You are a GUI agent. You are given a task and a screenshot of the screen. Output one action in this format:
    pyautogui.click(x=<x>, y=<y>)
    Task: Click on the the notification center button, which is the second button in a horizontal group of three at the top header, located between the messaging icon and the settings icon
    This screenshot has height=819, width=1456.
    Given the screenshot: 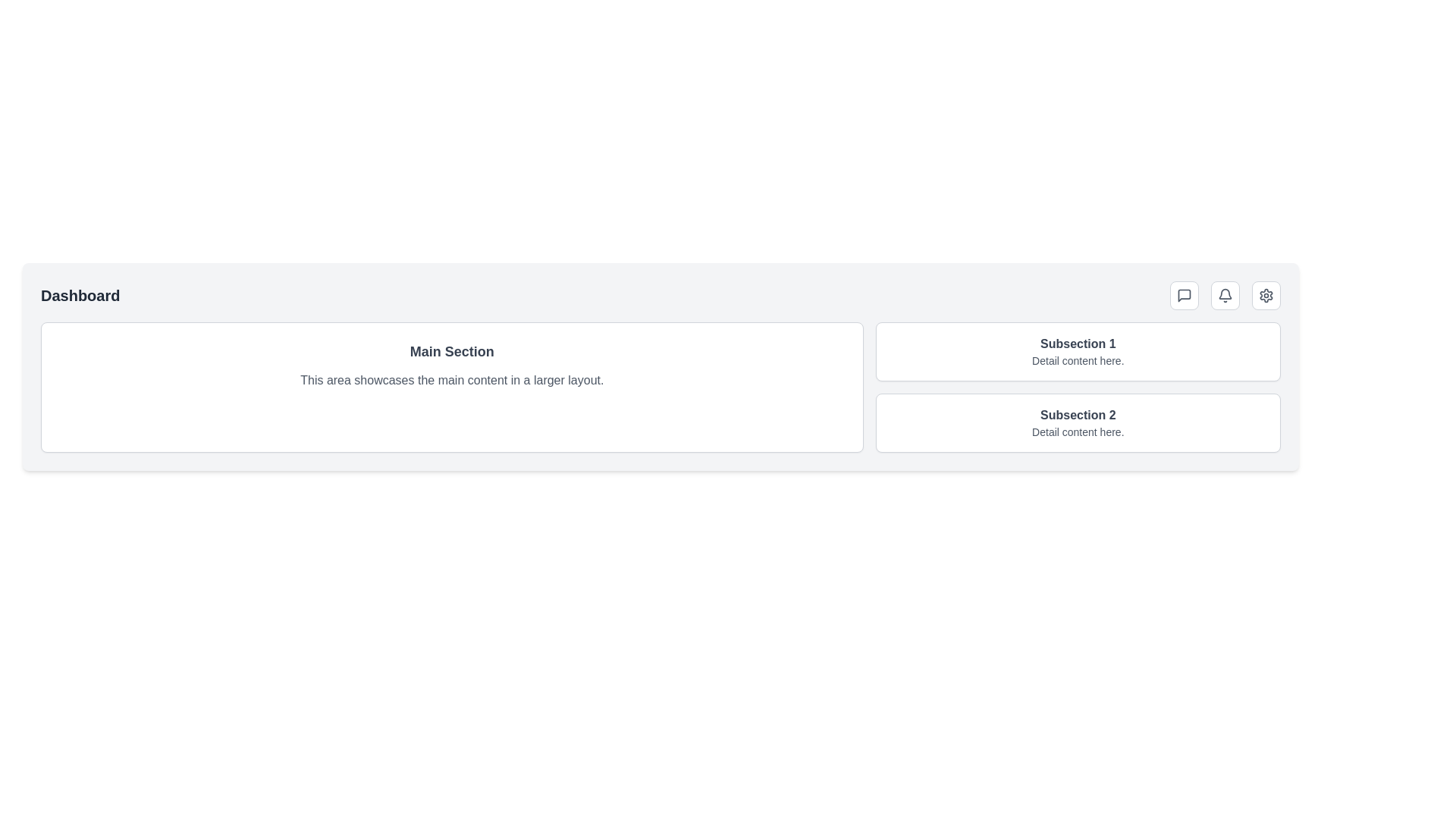 What is the action you would take?
    pyautogui.click(x=1225, y=295)
    